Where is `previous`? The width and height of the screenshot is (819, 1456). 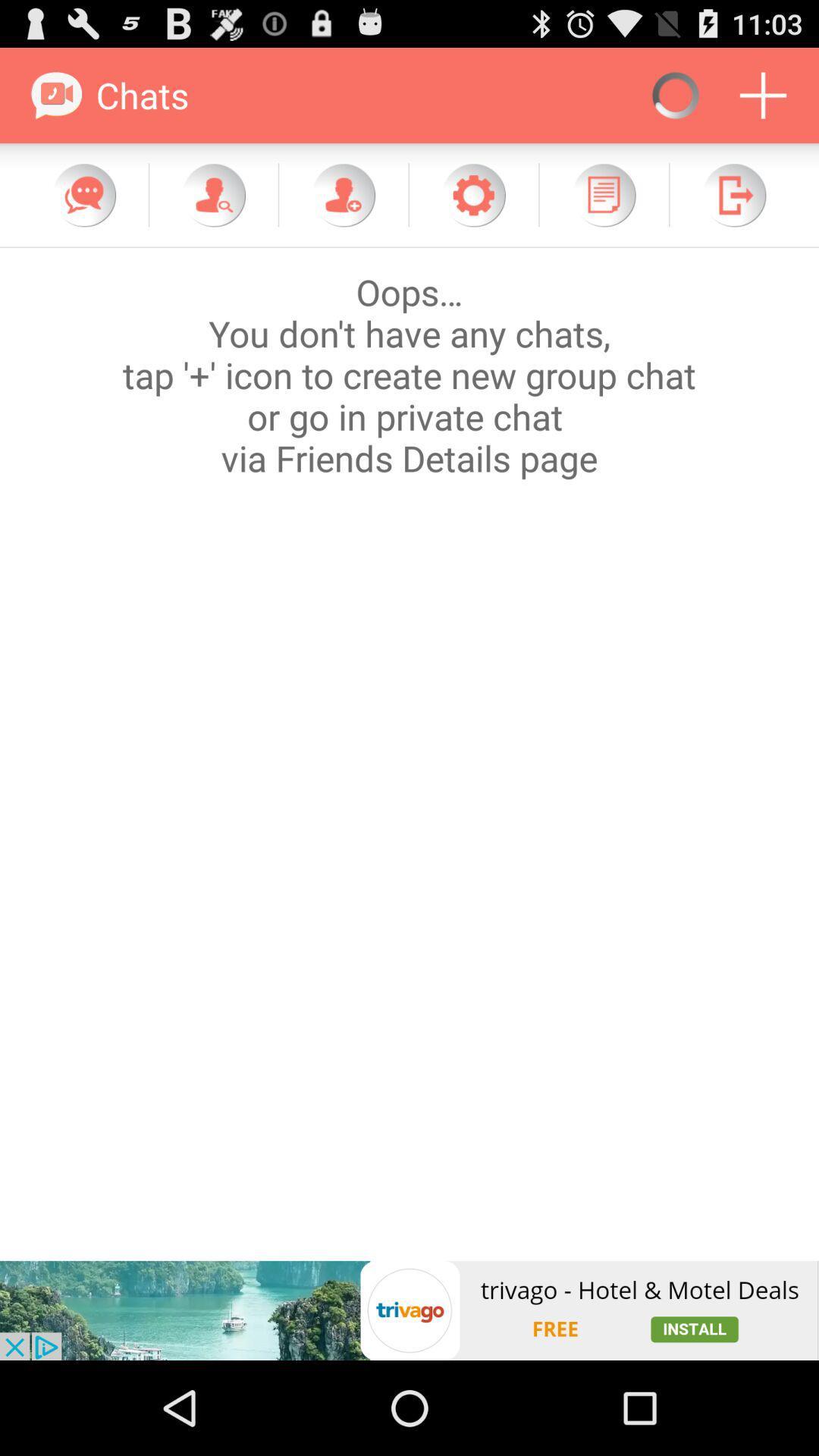 previous is located at coordinates (733, 194).